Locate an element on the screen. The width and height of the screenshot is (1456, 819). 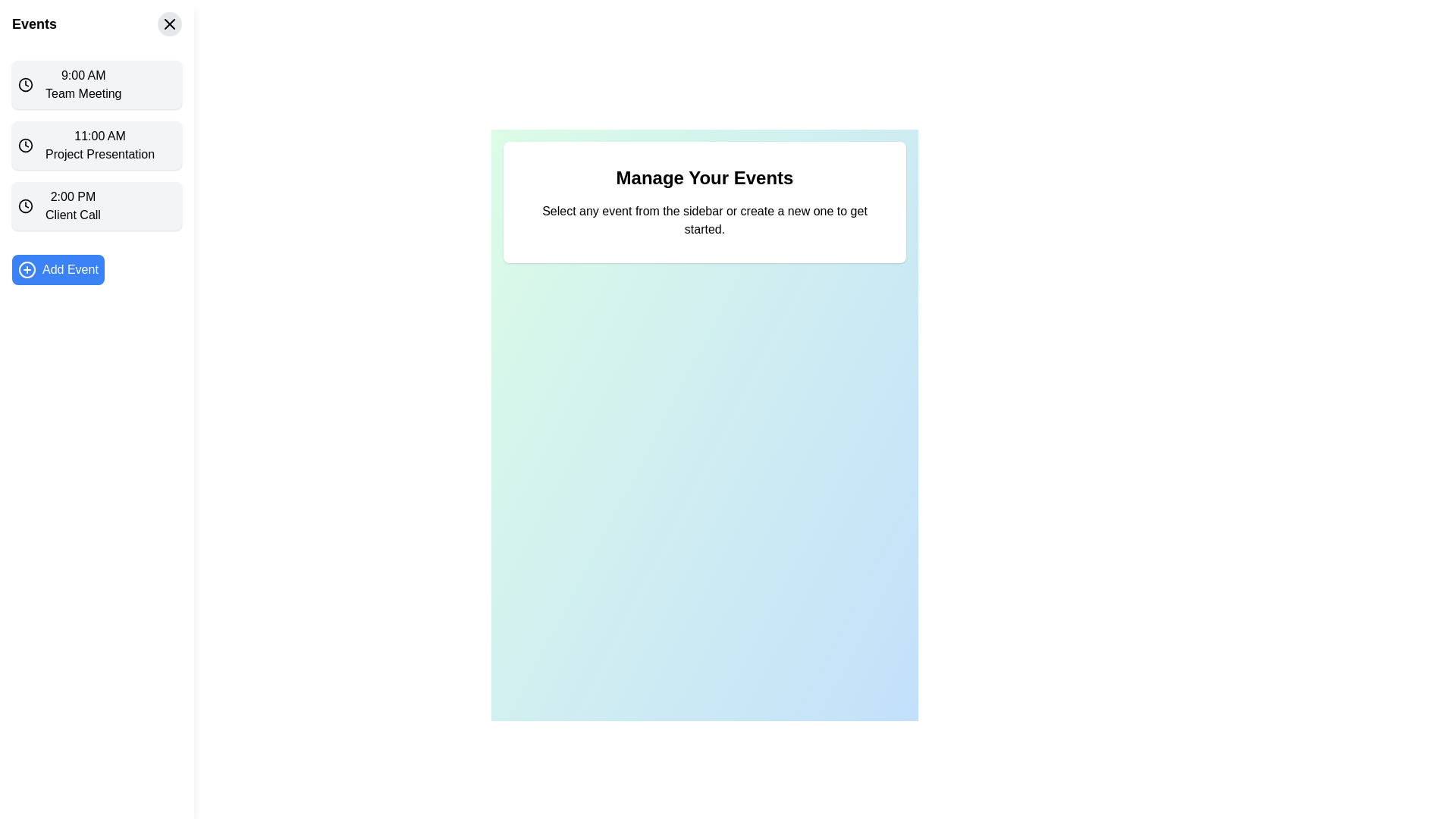
instructional text located below the heading 'Manage Your Events' in the white rectangular card is located at coordinates (704, 220).